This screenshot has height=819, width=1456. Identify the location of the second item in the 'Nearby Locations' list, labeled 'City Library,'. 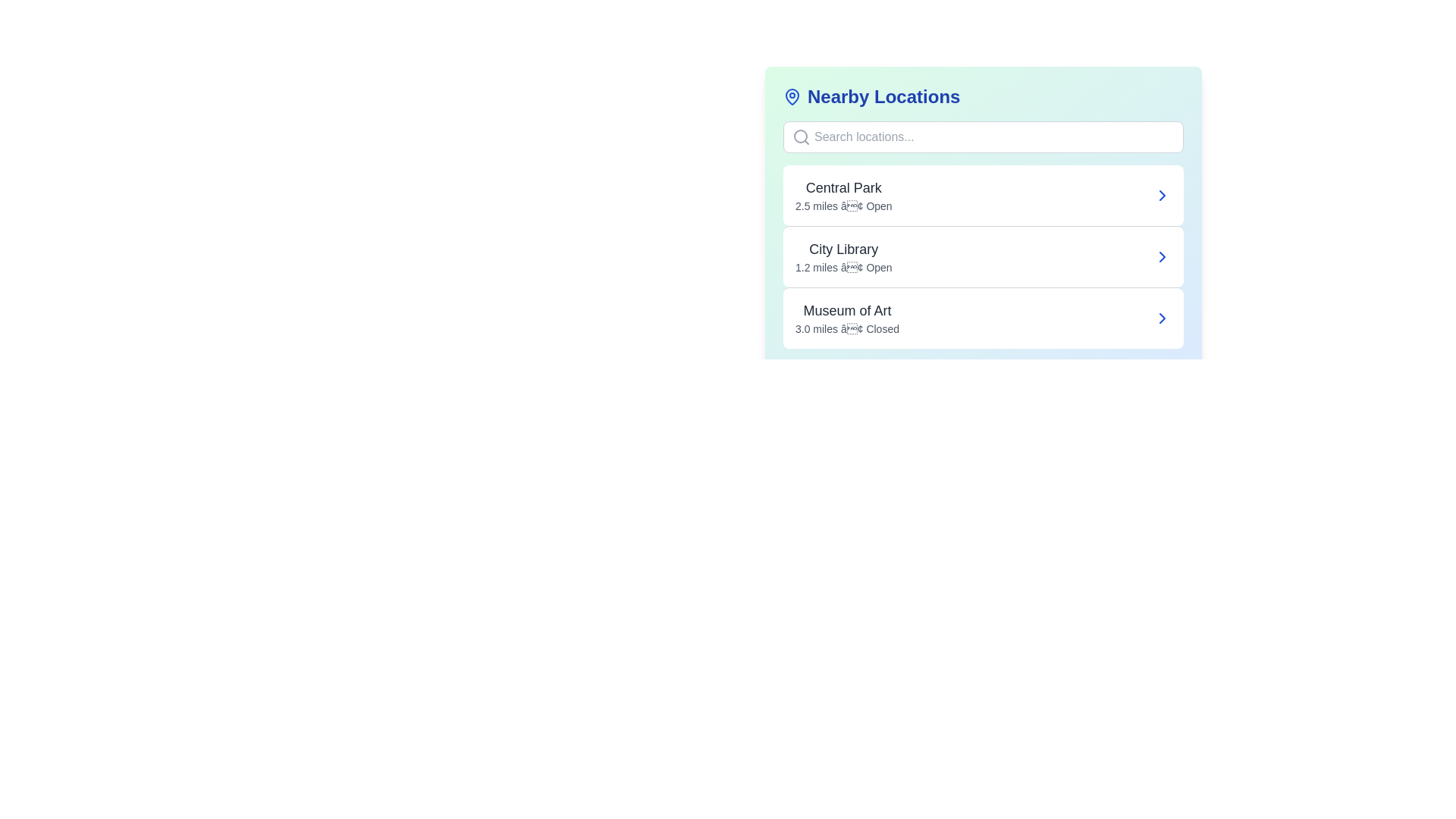
(983, 256).